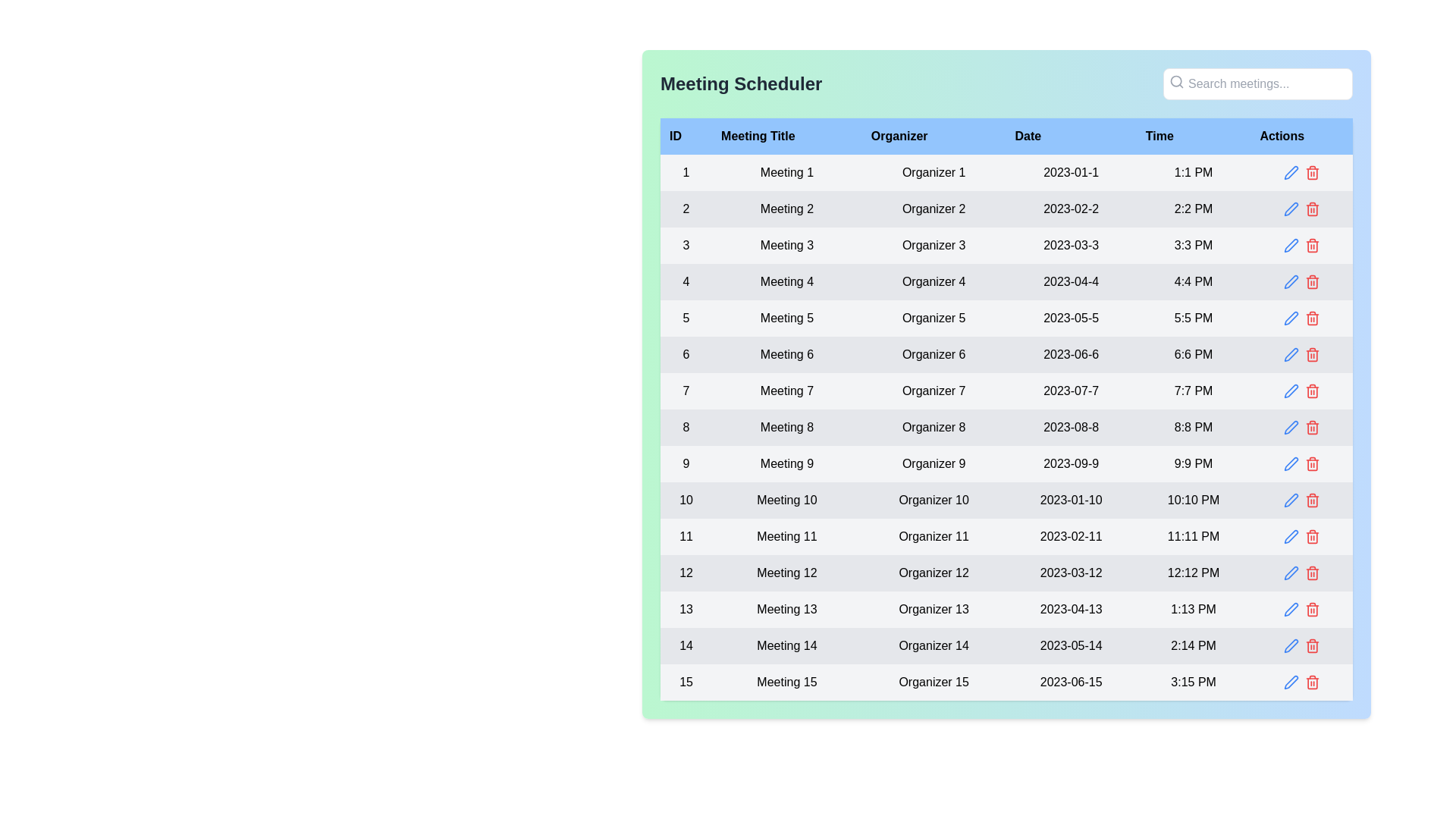 This screenshot has width=1456, height=819. What do you see at coordinates (686, 608) in the screenshot?
I see `the table cell containing the number '13' in the ID column, which is the first cell of the thirteenth row, displaying bold black text on a light gray background` at bounding box center [686, 608].